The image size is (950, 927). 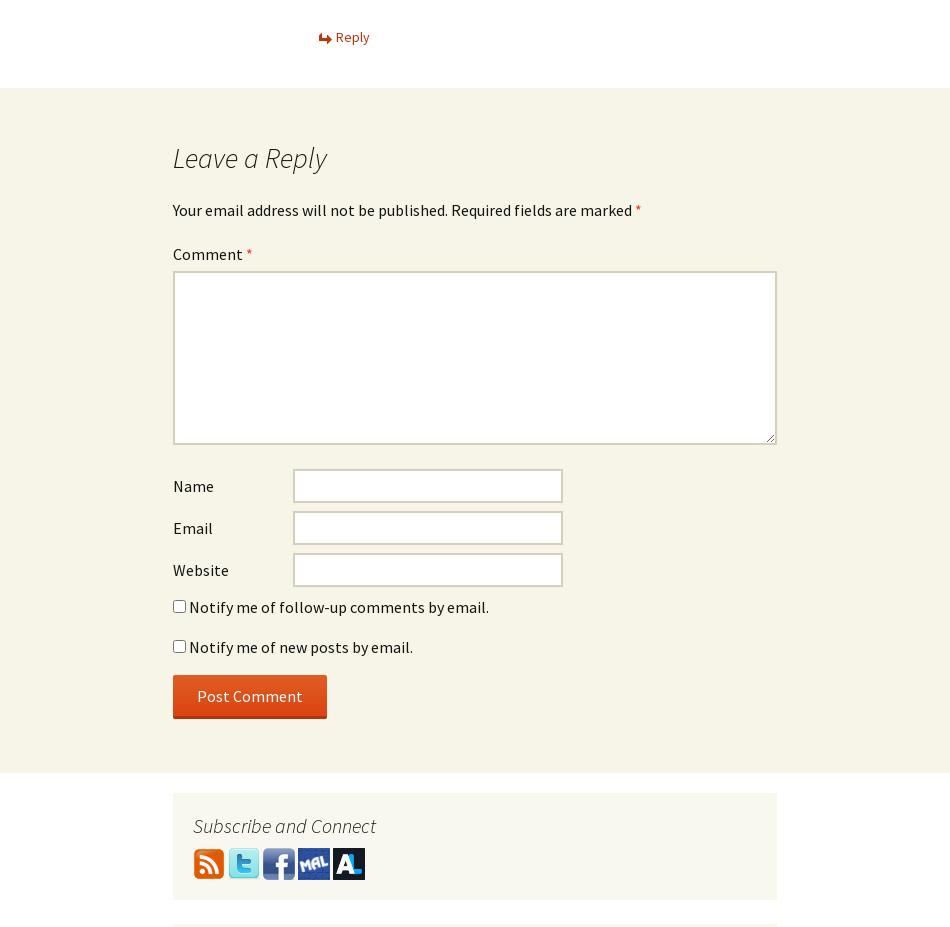 I want to click on 'Comment', so click(x=172, y=253).